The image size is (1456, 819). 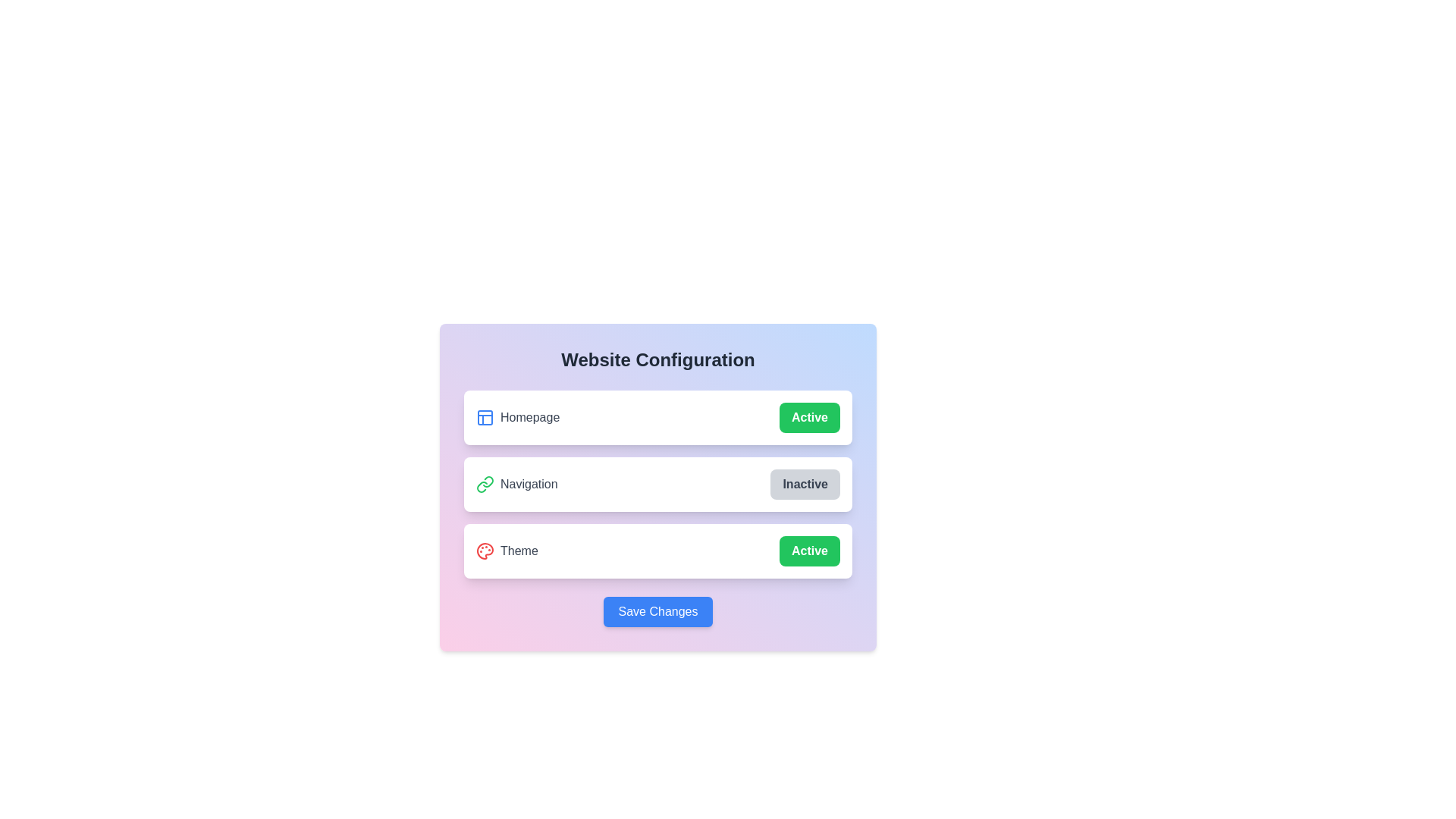 I want to click on the icon representing Theme to focus or select it, so click(x=484, y=551).